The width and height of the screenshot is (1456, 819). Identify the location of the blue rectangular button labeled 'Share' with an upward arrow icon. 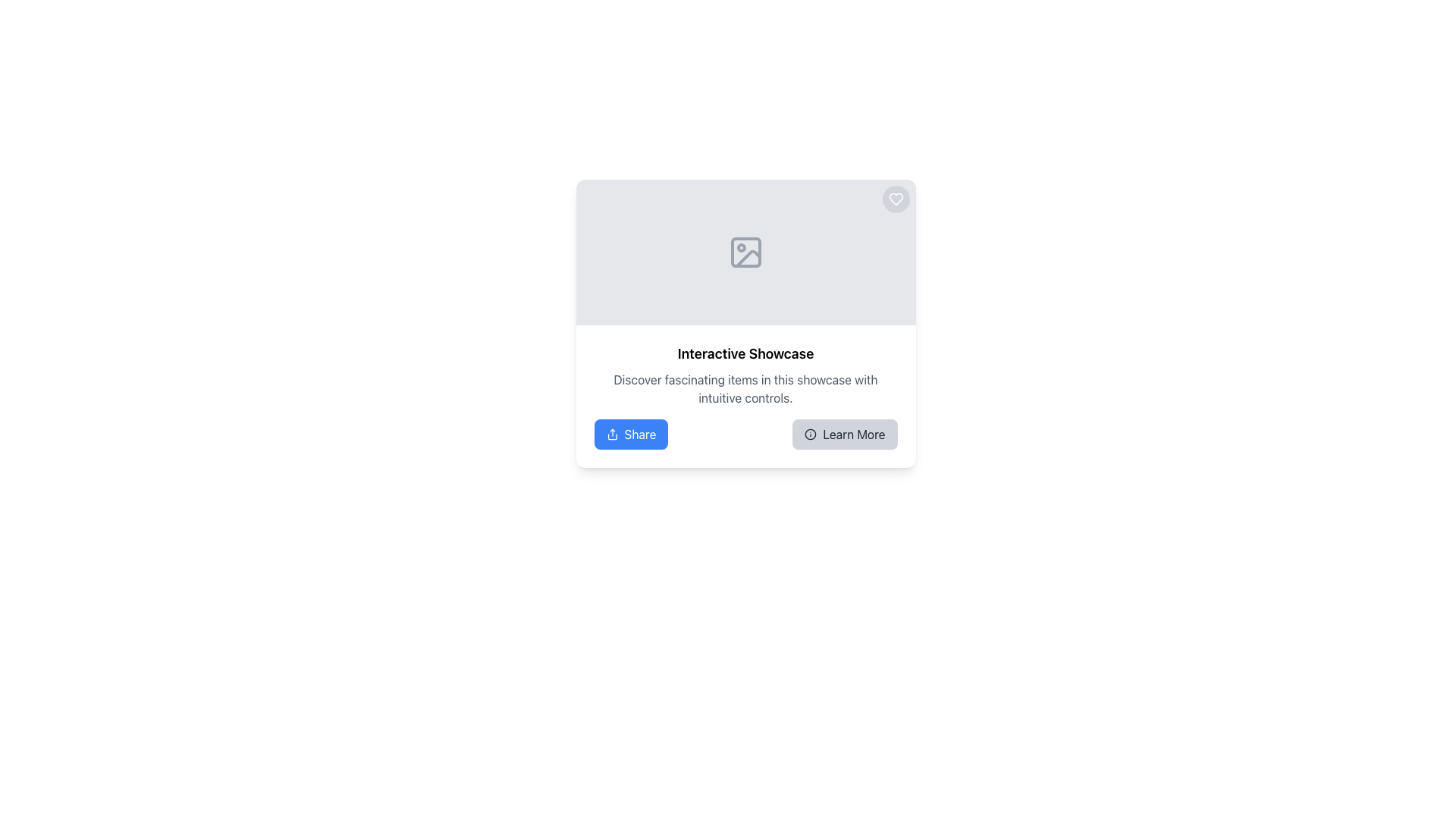
(631, 435).